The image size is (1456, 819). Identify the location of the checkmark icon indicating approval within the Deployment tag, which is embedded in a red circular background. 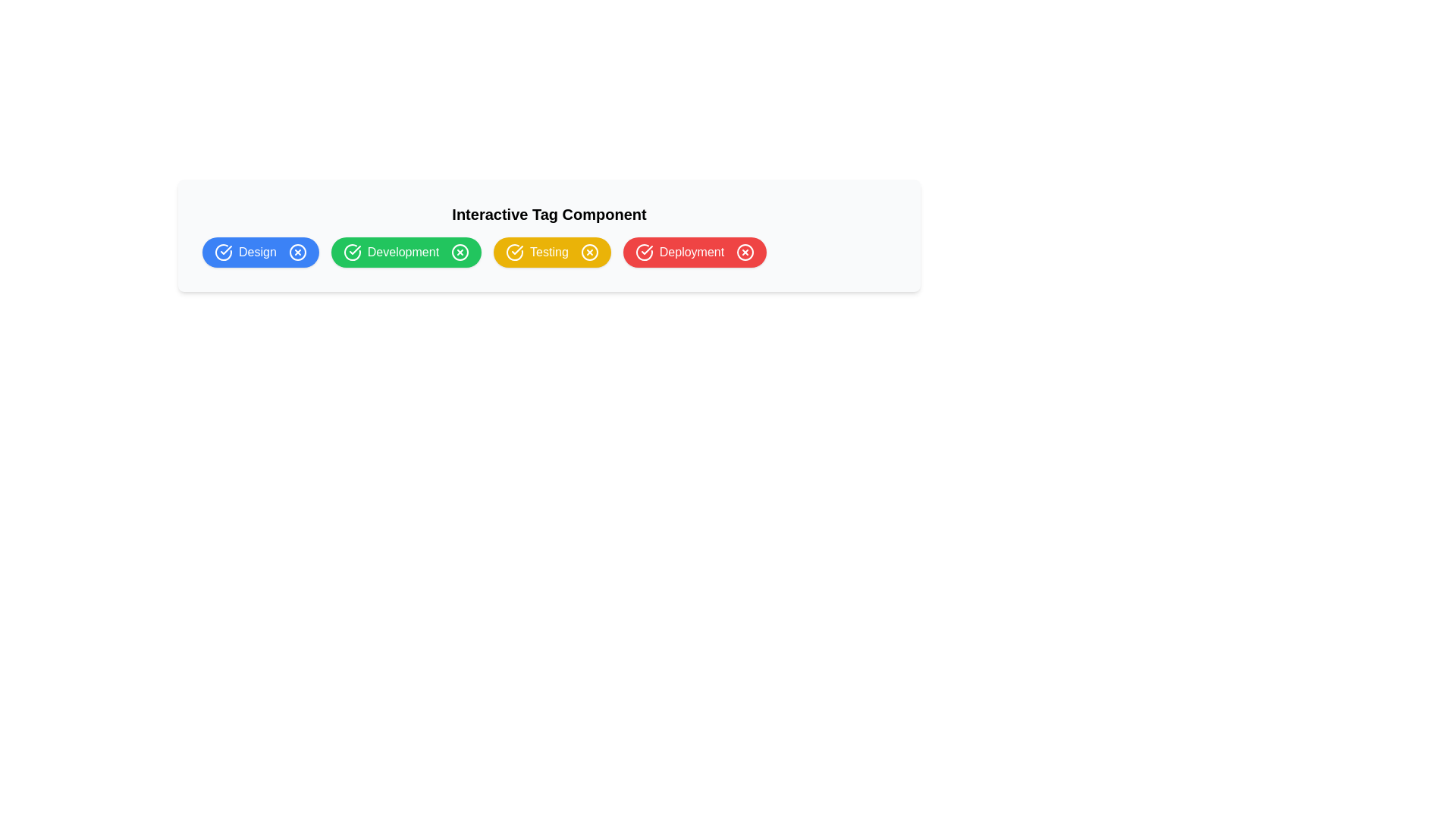
(647, 249).